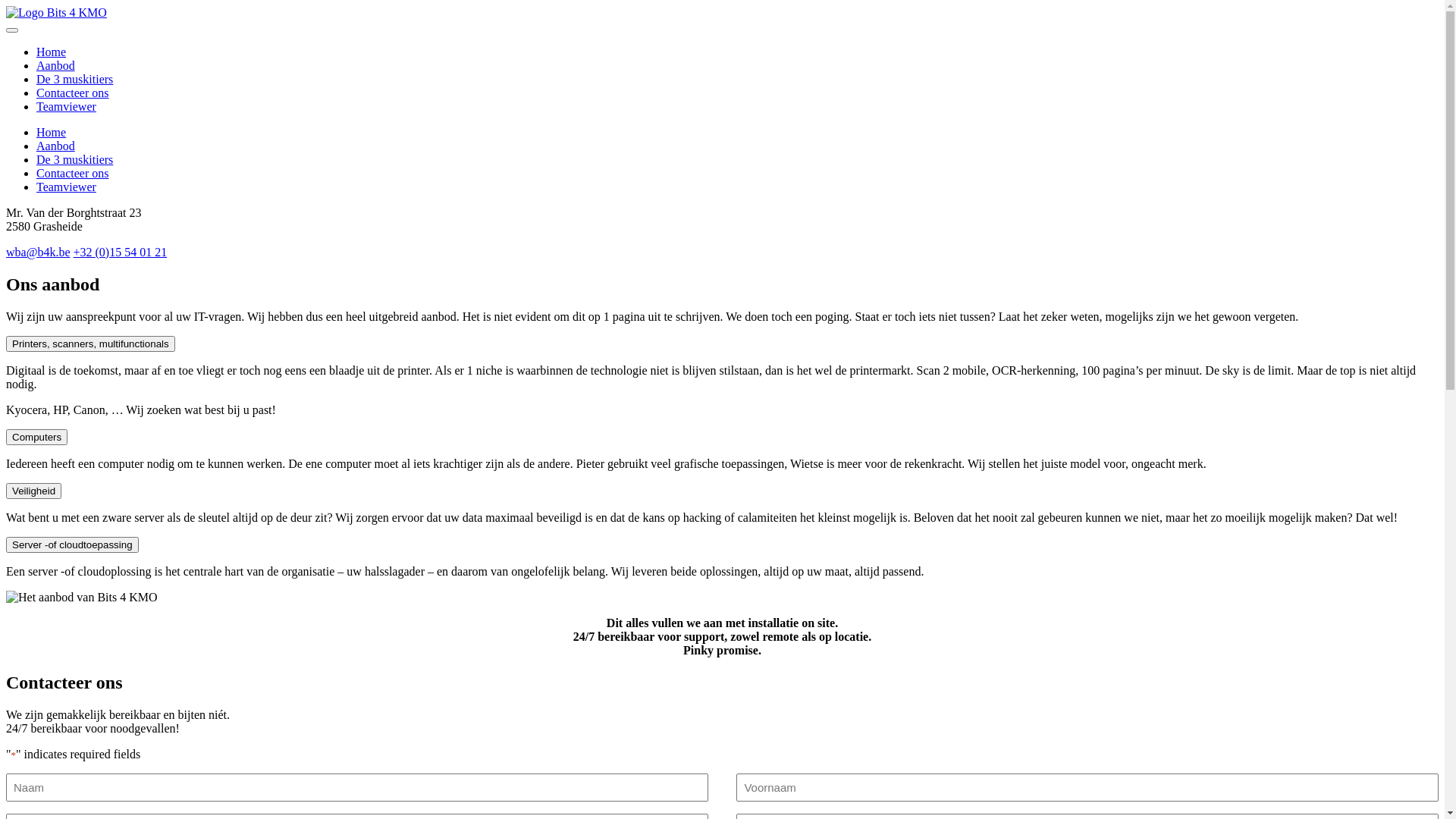 The height and width of the screenshot is (819, 1456). What do you see at coordinates (65, 105) in the screenshot?
I see `'Teamviewer'` at bounding box center [65, 105].